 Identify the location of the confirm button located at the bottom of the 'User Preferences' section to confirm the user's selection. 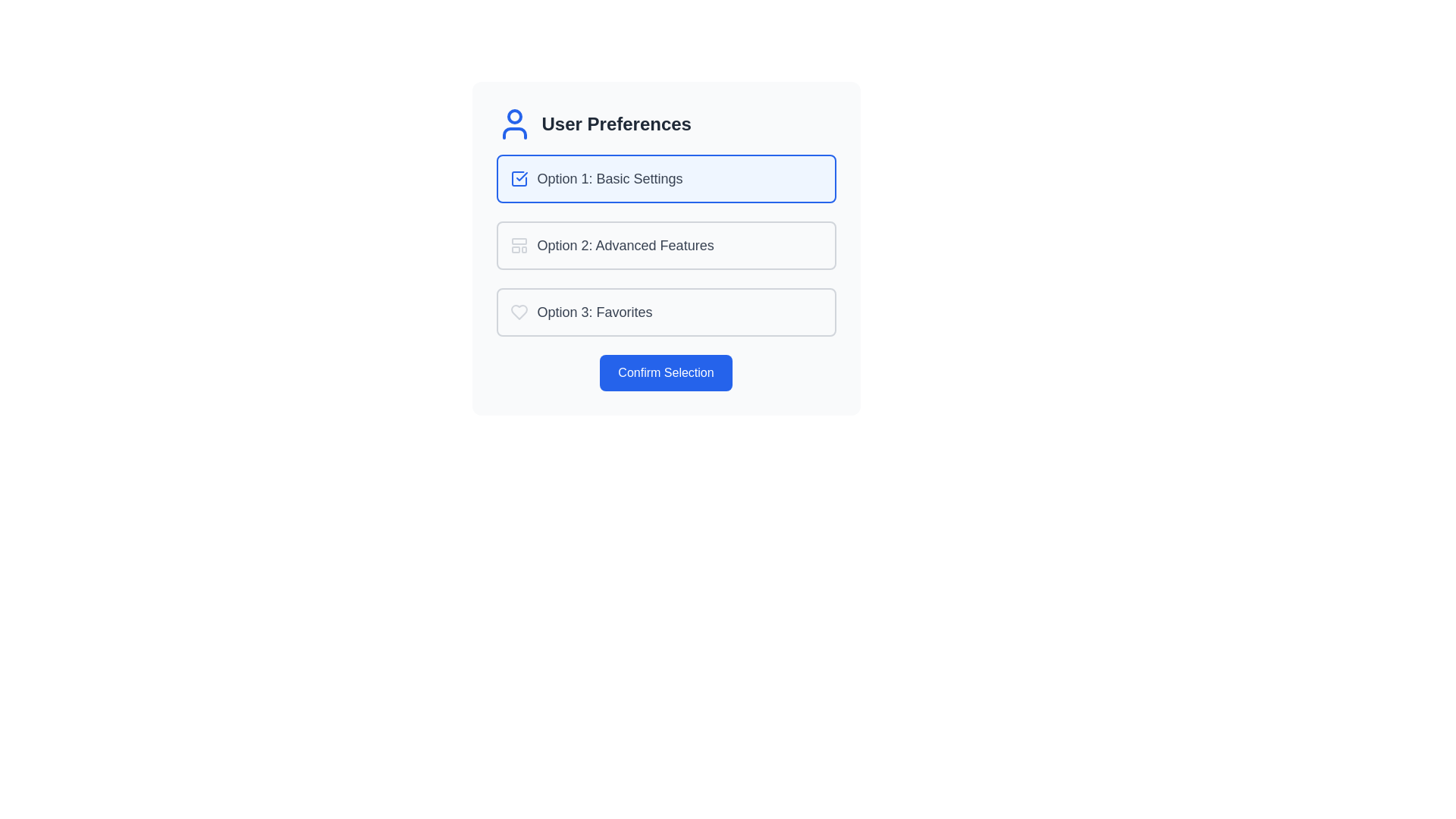
(666, 373).